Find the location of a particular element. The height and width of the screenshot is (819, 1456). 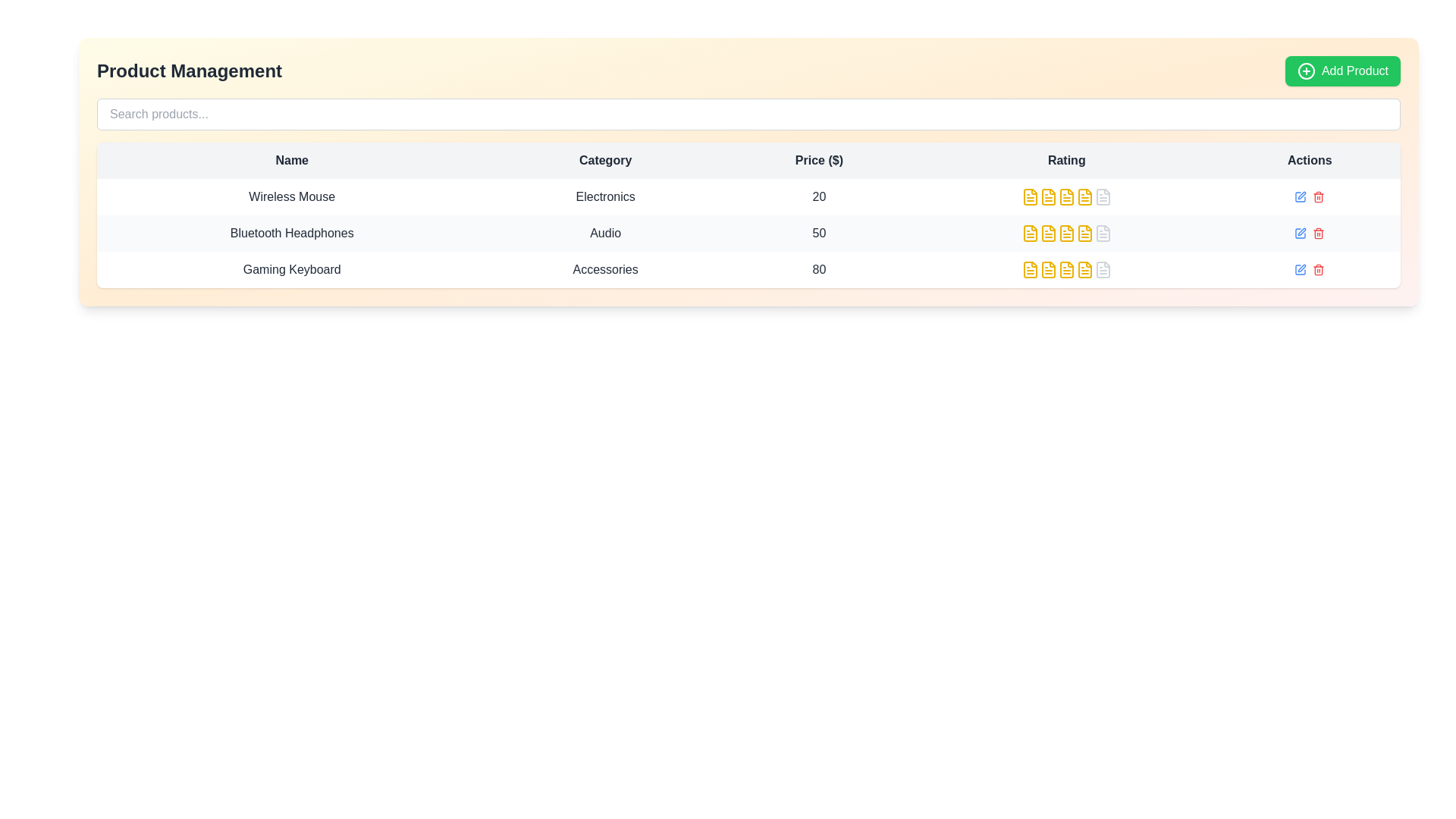

one of the yellow rating icons in the 'Rating' column for the 'Wireless Mouse' row to modify the rating is located at coordinates (1065, 196).